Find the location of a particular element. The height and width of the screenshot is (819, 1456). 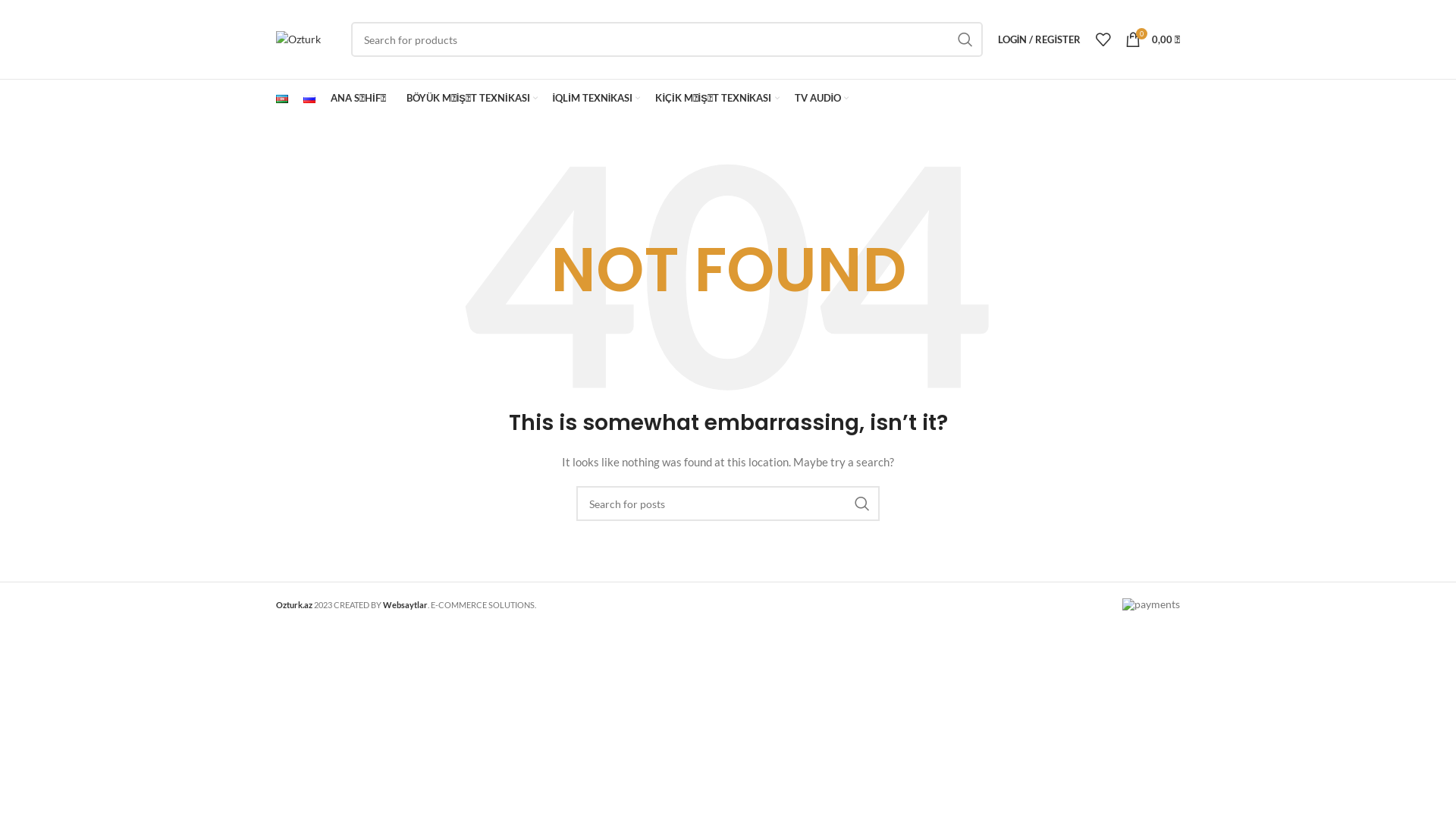

'Search for posts' is located at coordinates (728, 503).